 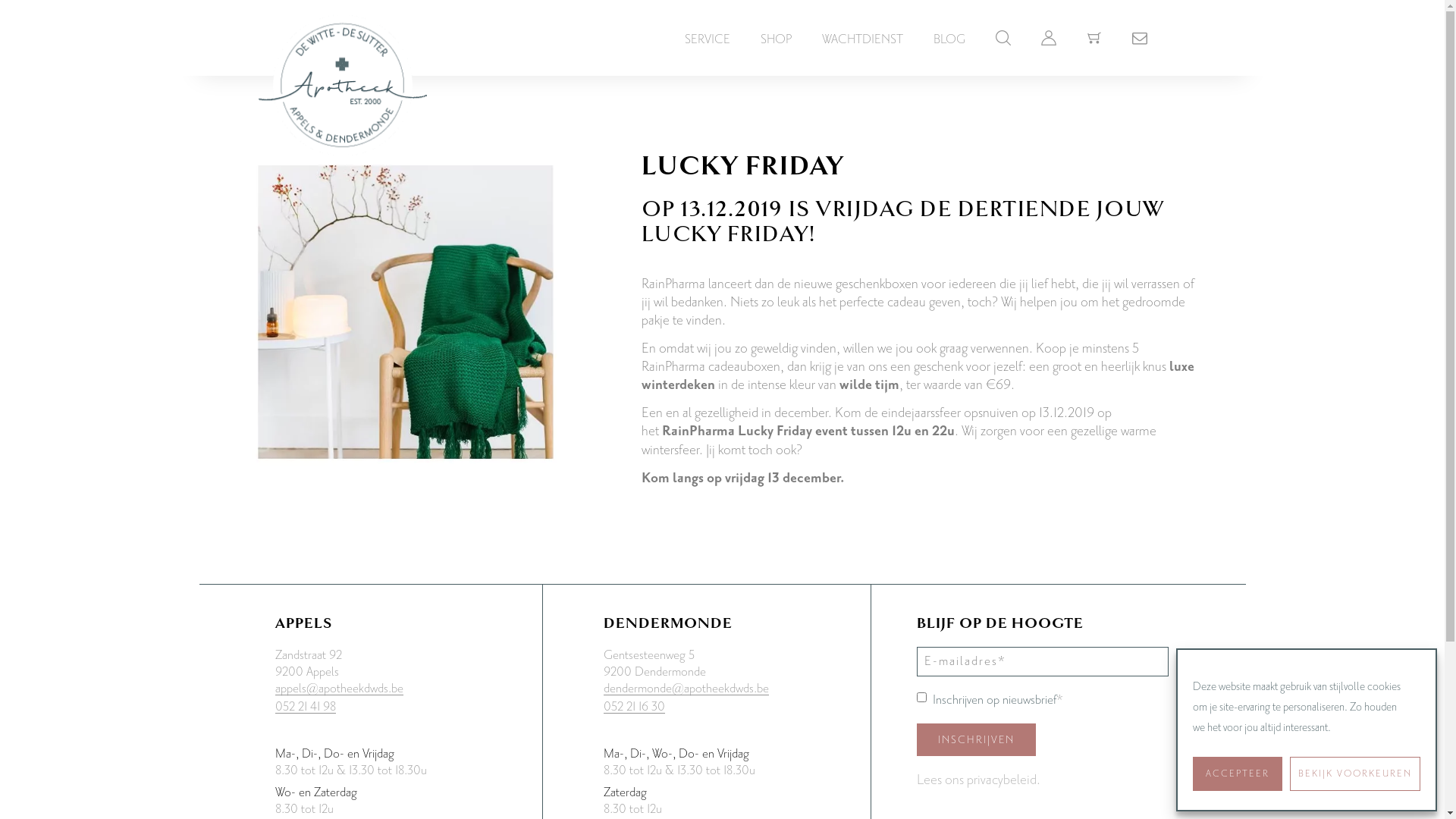 What do you see at coordinates (1002, 34) in the screenshot?
I see `'ZOEKEN'` at bounding box center [1002, 34].